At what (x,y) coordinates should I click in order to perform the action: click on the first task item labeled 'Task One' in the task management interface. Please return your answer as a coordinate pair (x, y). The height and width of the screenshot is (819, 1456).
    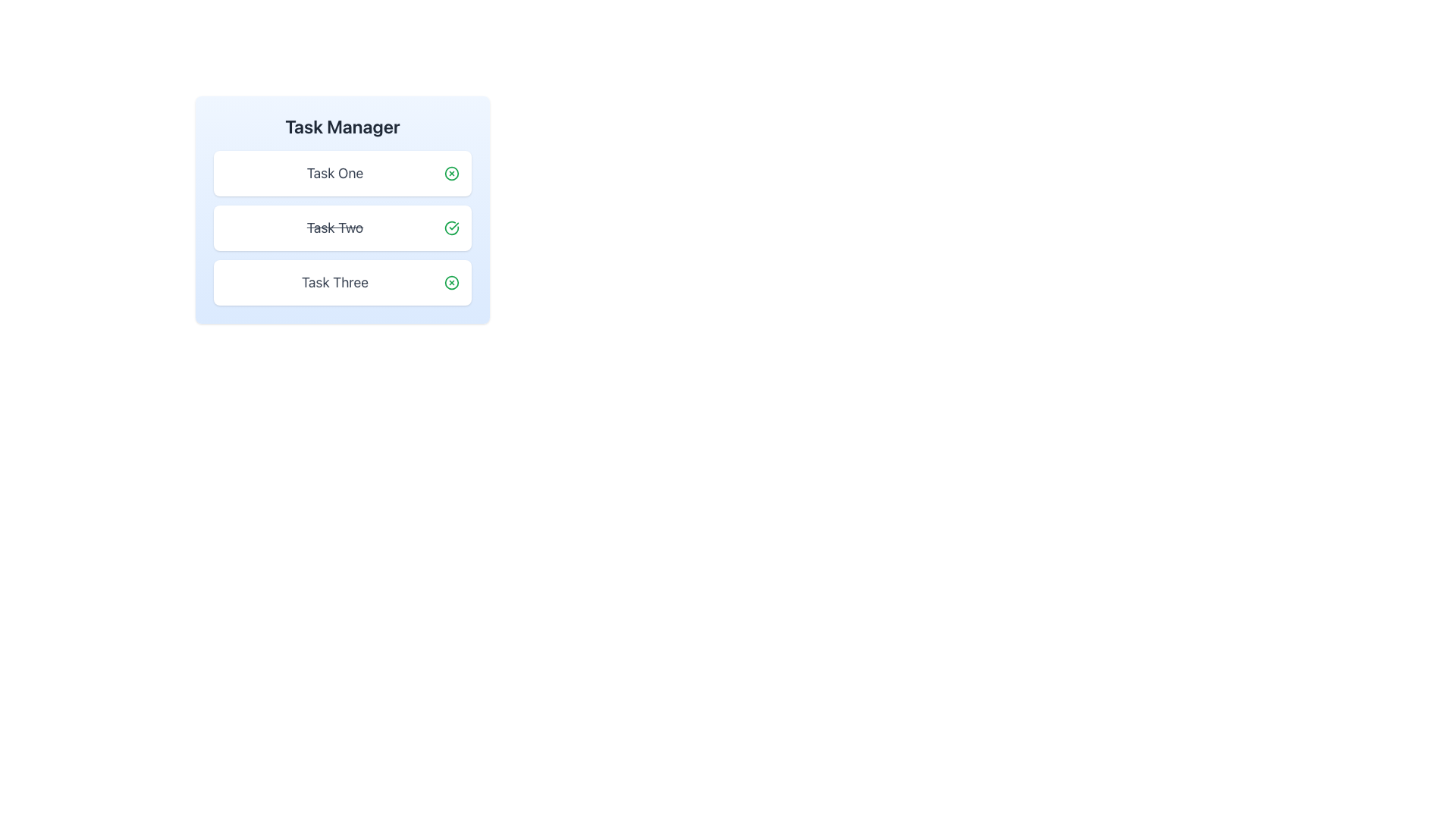
    Looking at the image, I should click on (341, 172).